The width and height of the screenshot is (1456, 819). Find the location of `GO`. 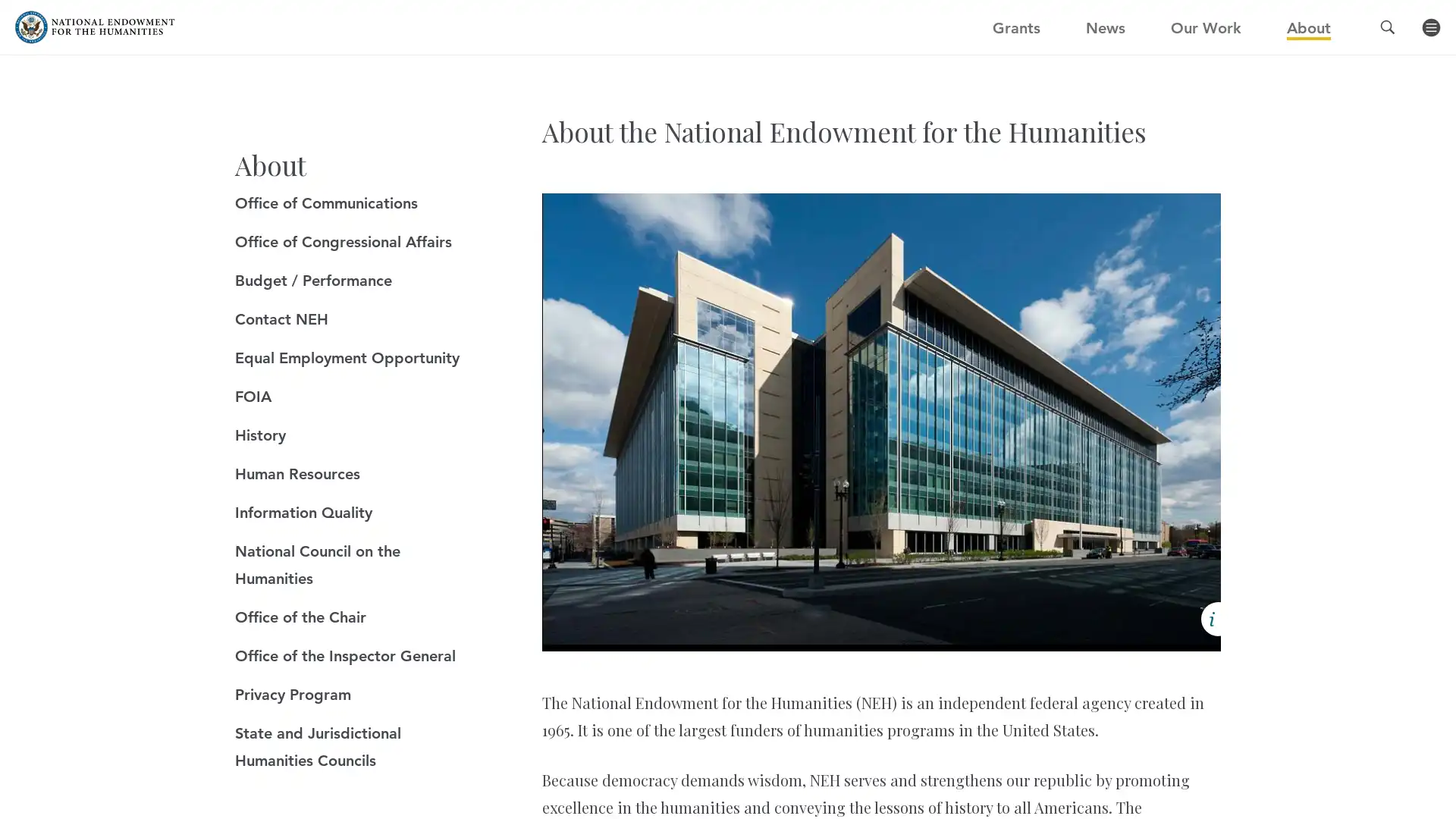

GO is located at coordinates (998, 35).